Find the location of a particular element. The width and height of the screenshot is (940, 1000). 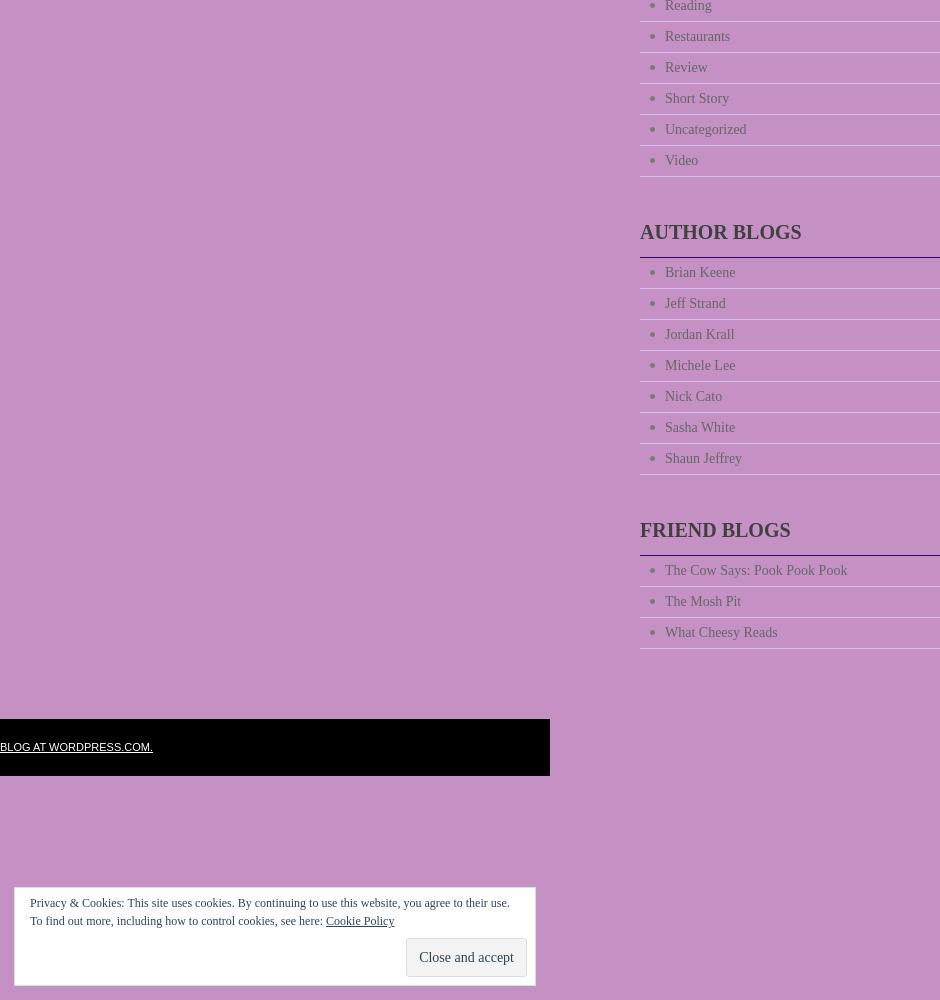

'Michele Lee' is located at coordinates (699, 364).